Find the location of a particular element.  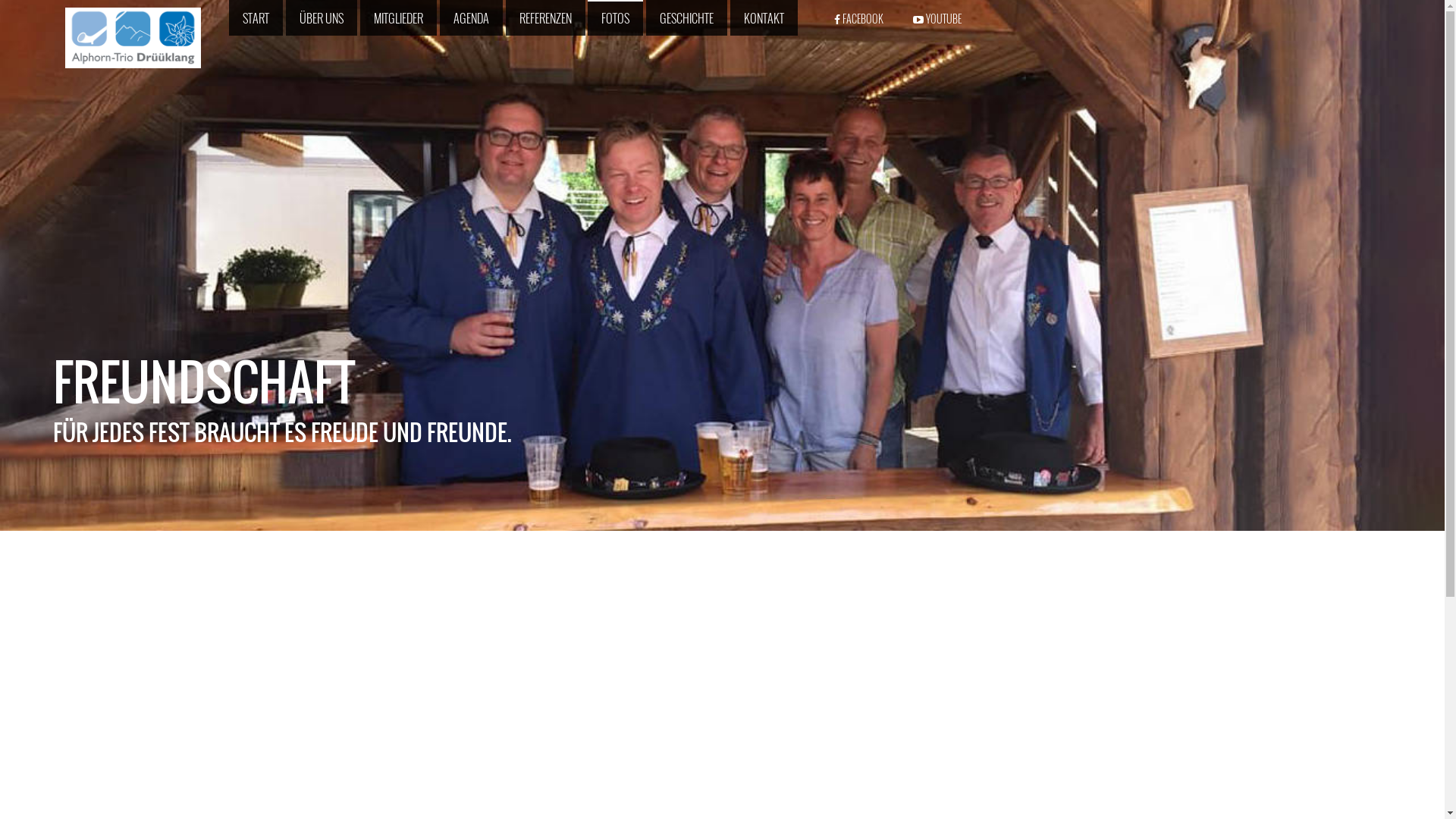

'GESCHICHTE' is located at coordinates (686, 18).